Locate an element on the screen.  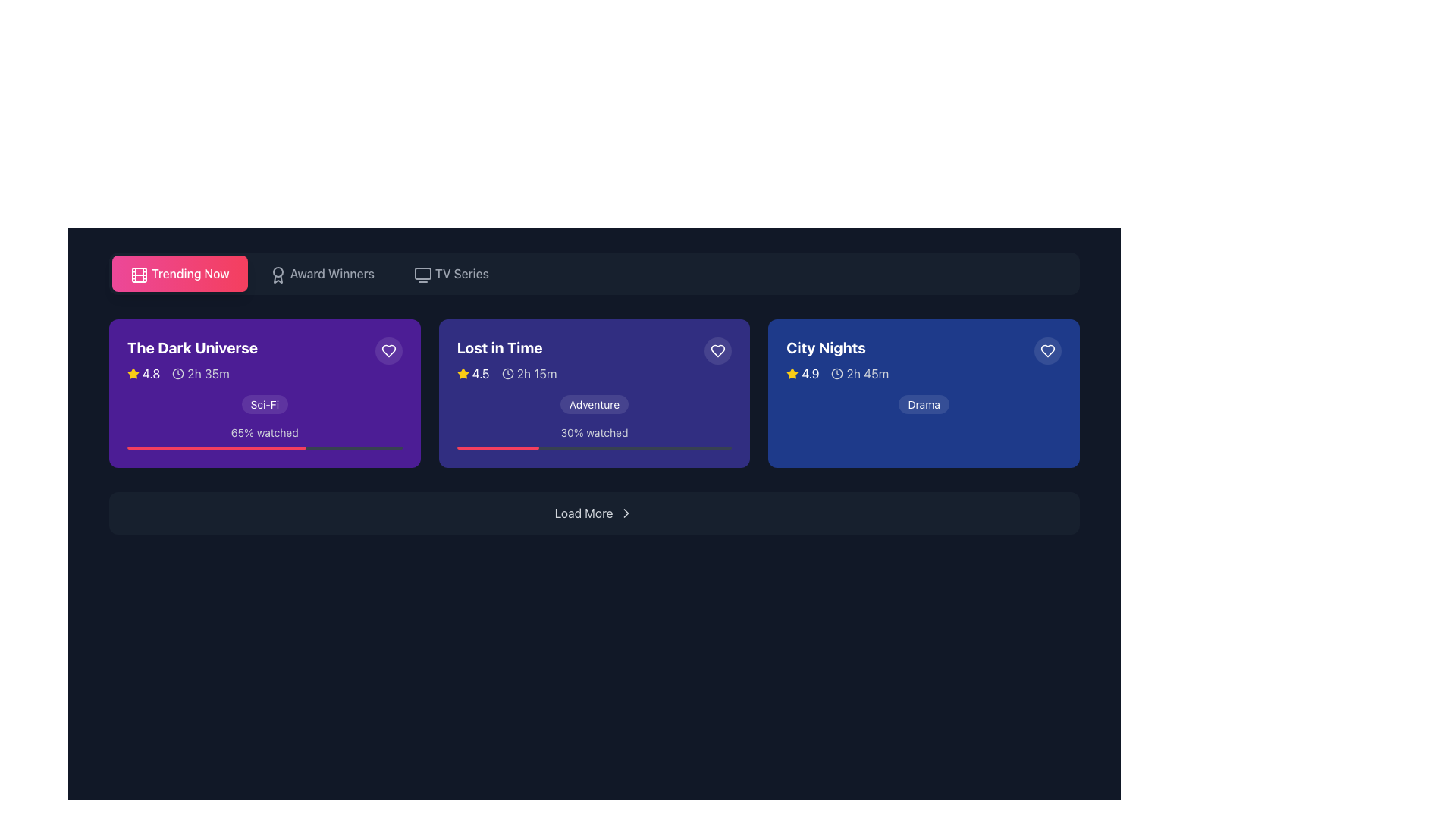
value of the Rating display component located in the top-left corner of the interface for the movie 'The Dark Universe' is located at coordinates (143, 374).